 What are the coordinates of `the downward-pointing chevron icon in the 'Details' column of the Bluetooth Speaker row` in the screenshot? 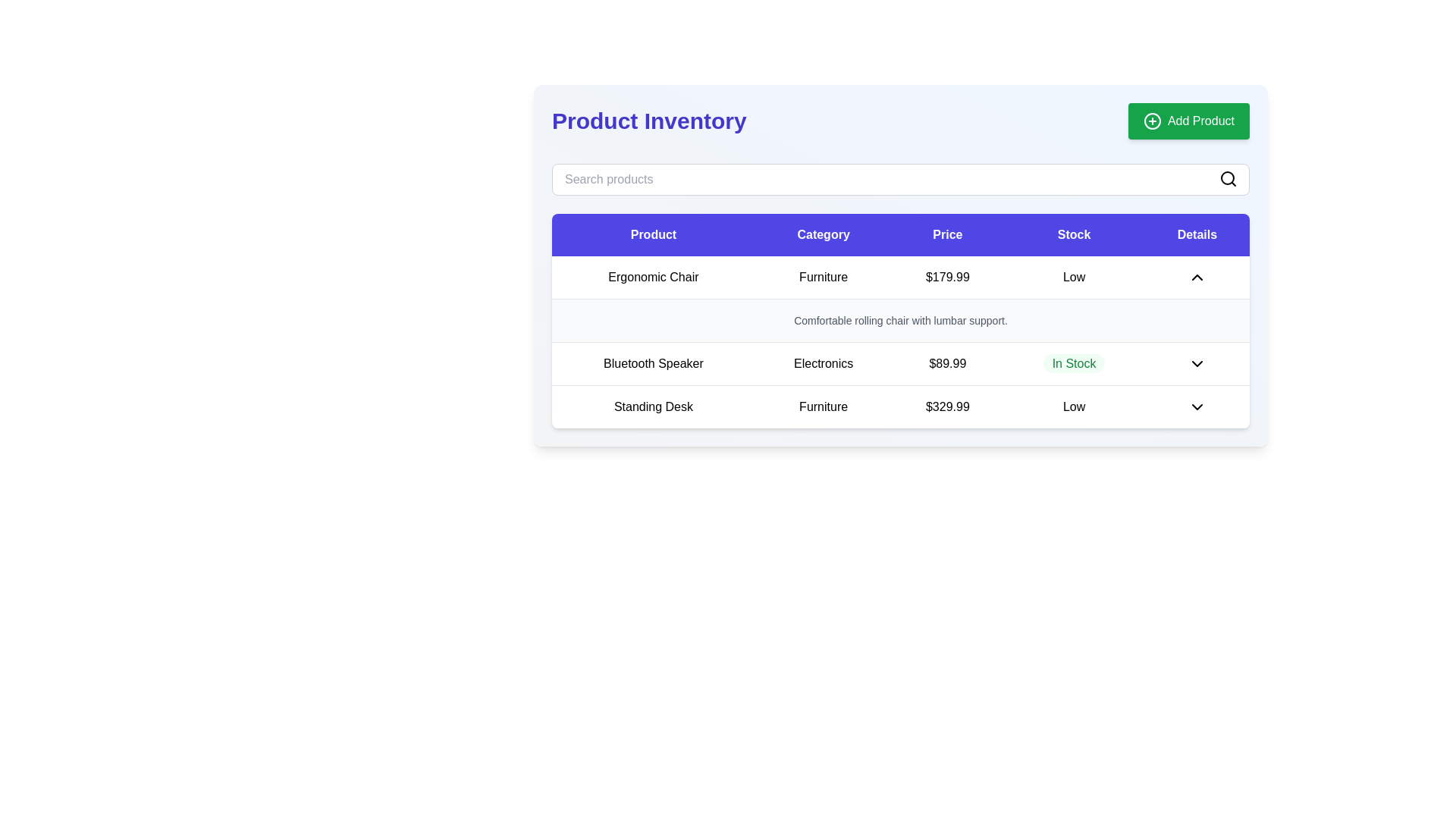 It's located at (1196, 363).